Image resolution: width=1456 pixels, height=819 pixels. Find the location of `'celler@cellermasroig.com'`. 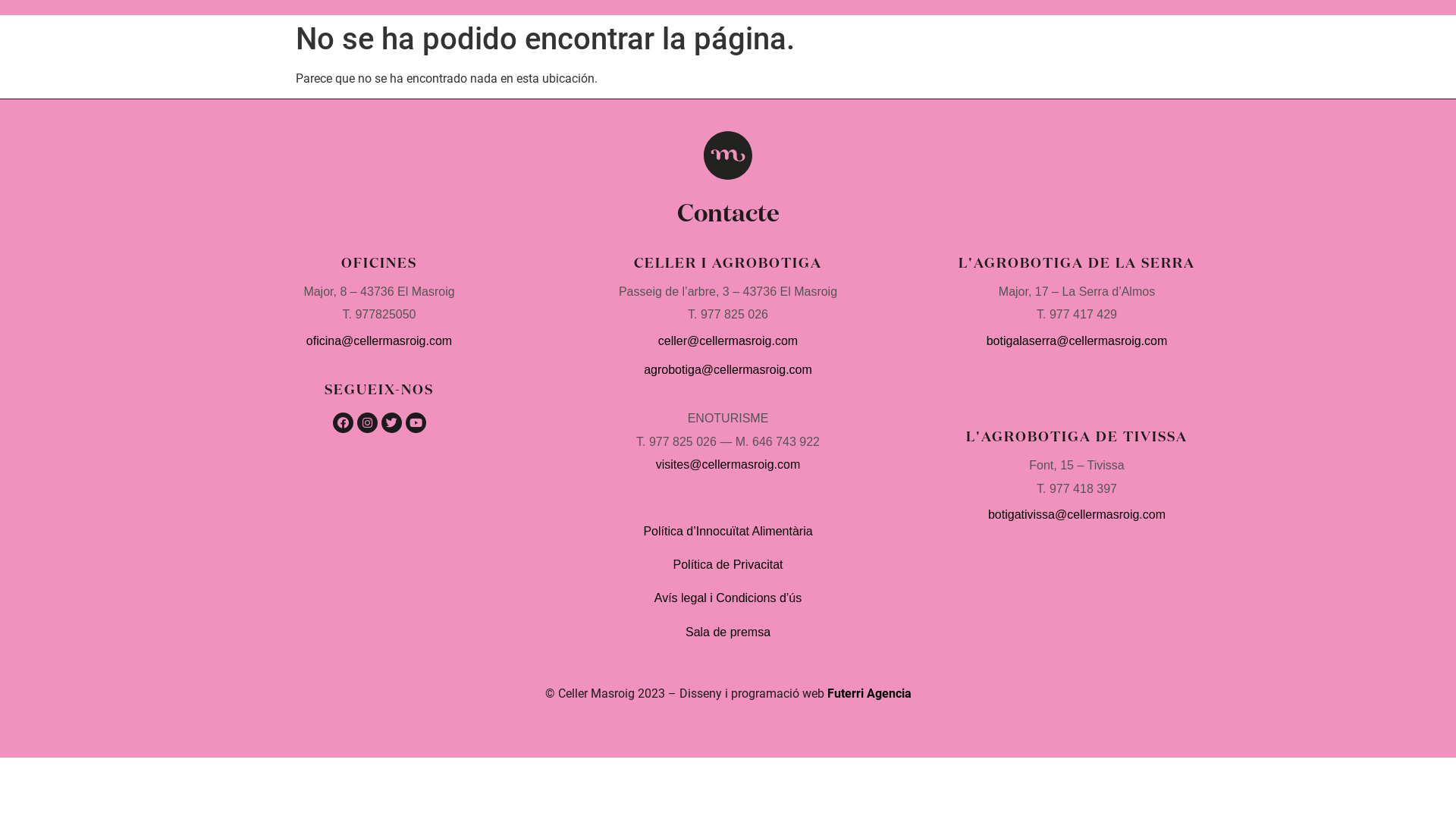

'celler@cellermasroig.com' is located at coordinates (658, 340).